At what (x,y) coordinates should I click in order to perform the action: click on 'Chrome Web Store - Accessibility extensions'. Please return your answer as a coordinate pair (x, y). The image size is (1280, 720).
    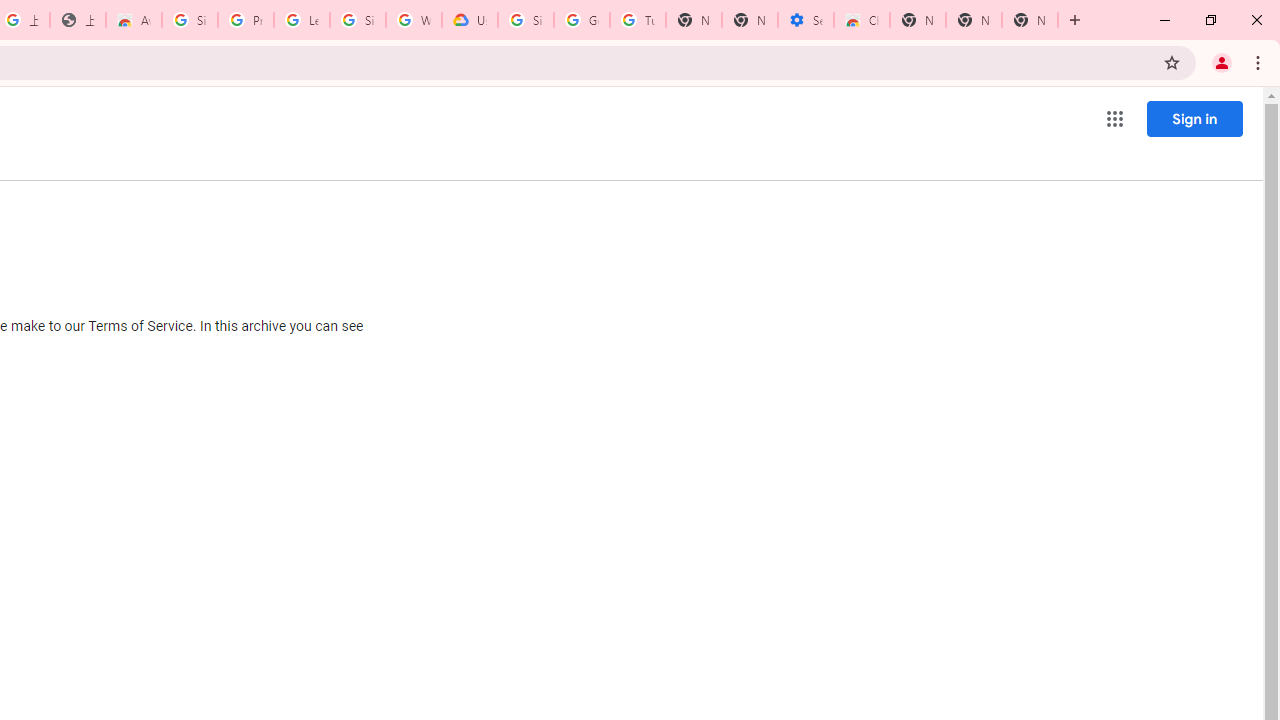
    Looking at the image, I should click on (862, 20).